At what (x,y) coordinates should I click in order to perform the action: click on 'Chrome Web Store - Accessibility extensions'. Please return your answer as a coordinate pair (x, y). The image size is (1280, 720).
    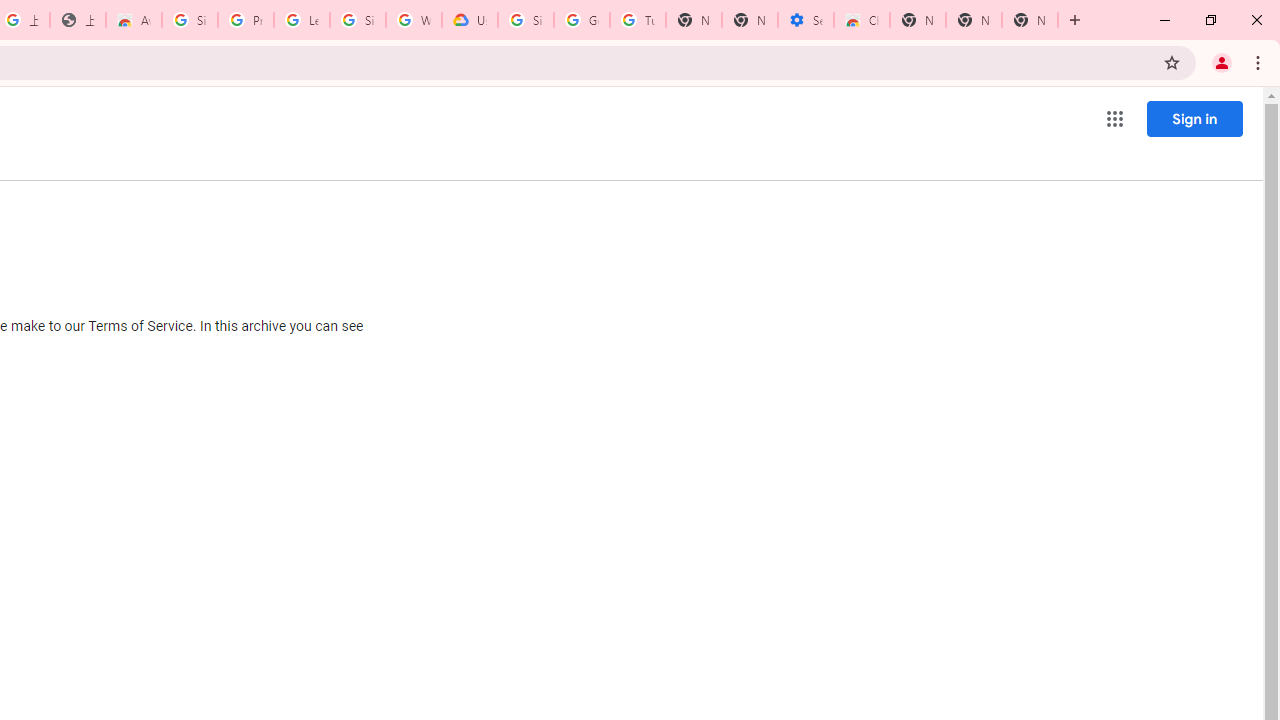
    Looking at the image, I should click on (862, 20).